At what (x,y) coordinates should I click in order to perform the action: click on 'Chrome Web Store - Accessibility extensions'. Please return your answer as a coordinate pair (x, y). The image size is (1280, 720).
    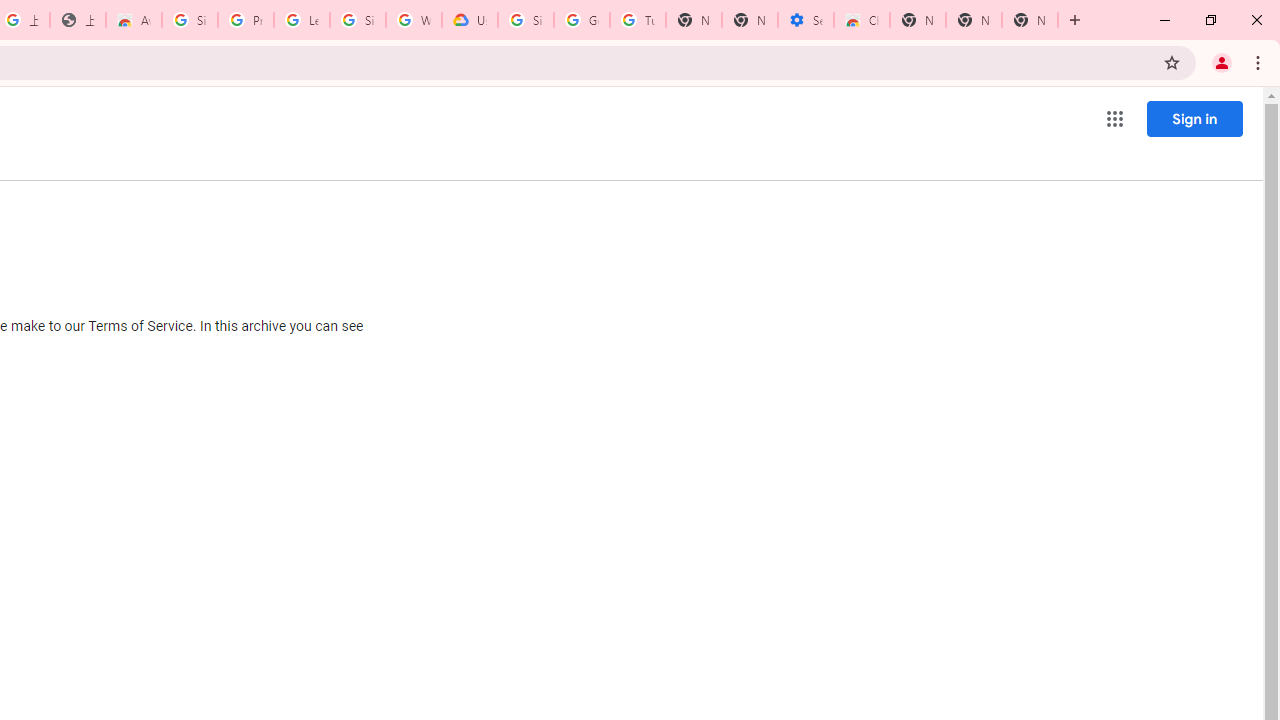
    Looking at the image, I should click on (862, 20).